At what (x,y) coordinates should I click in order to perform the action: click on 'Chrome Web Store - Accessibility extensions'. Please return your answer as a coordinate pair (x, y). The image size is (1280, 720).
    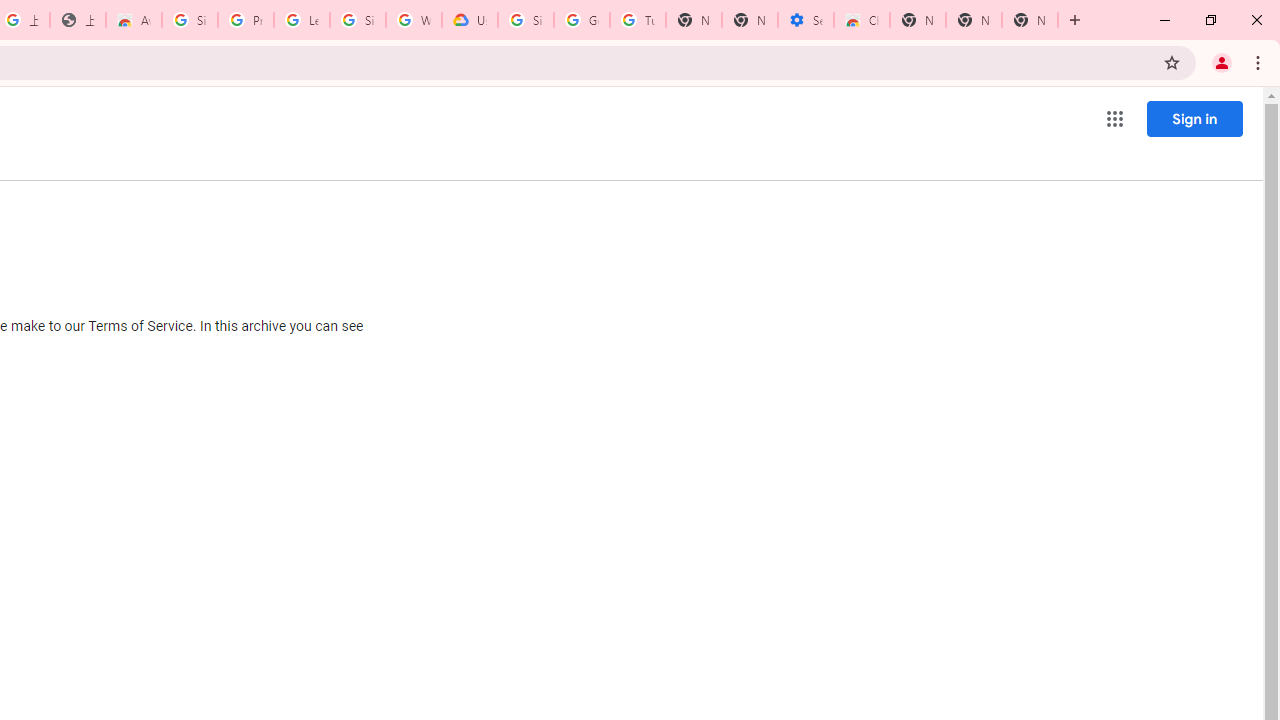
    Looking at the image, I should click on (862, 20).